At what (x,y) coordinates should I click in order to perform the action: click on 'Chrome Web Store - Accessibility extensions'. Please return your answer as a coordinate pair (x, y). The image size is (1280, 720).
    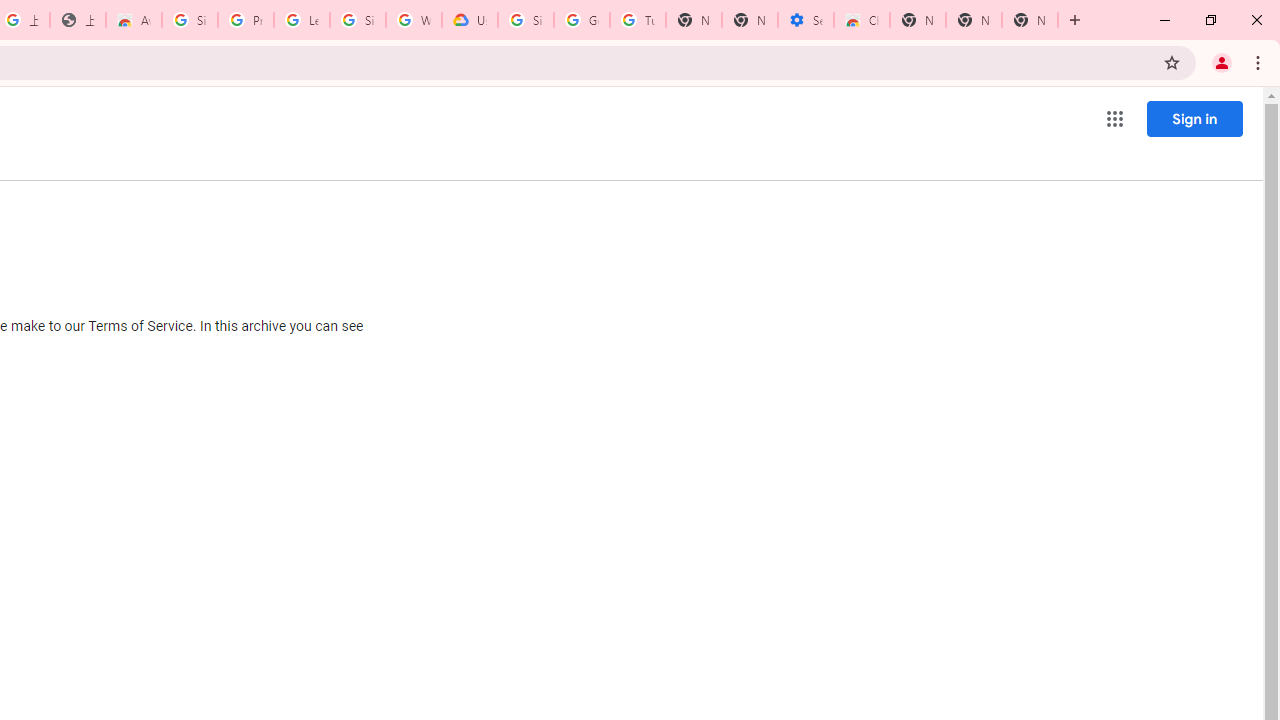
    Looking at the image, I should click on (862, 20).